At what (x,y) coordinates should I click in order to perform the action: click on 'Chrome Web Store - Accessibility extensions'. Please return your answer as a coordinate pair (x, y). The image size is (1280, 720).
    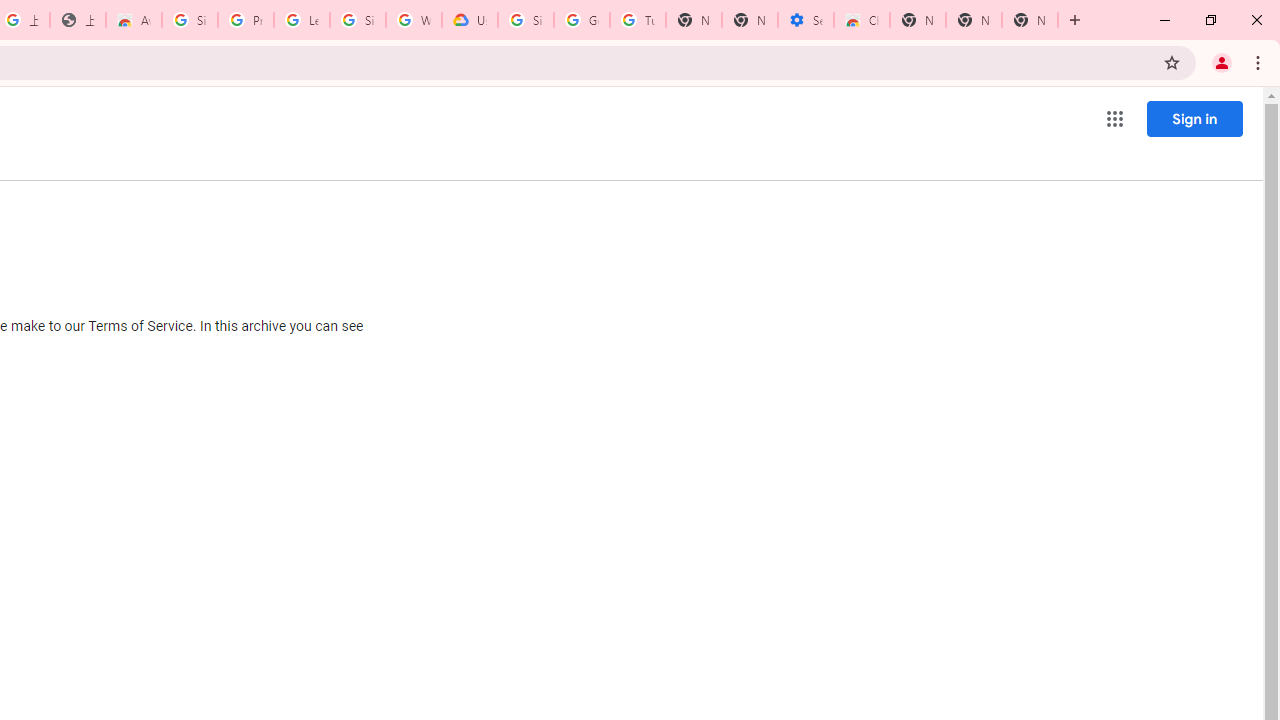
    Looking at the image, I should click on (862, 20).